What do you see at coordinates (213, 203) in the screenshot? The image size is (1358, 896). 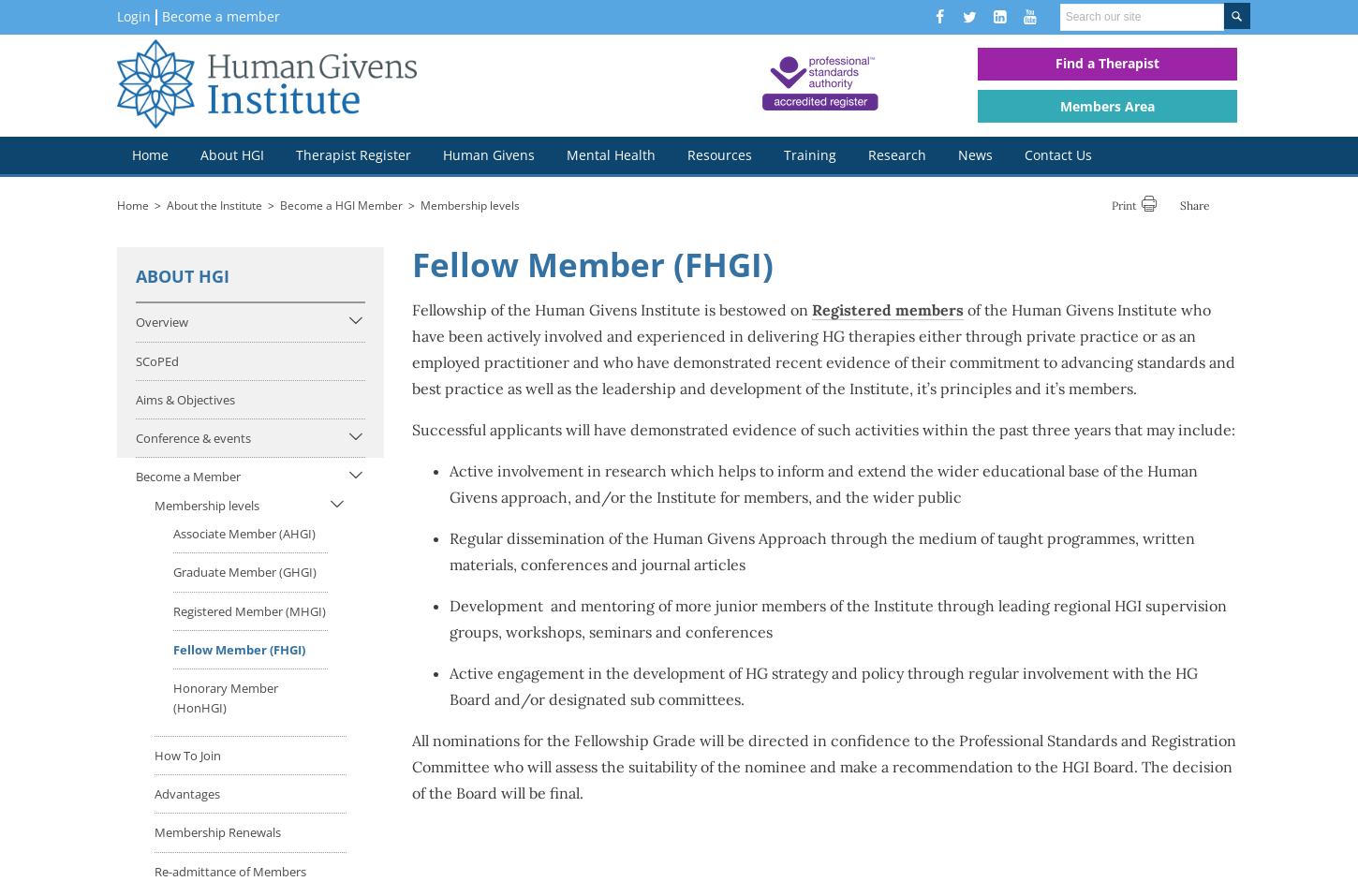 I see `'About the Institute'` at bounding box center [213, 203].